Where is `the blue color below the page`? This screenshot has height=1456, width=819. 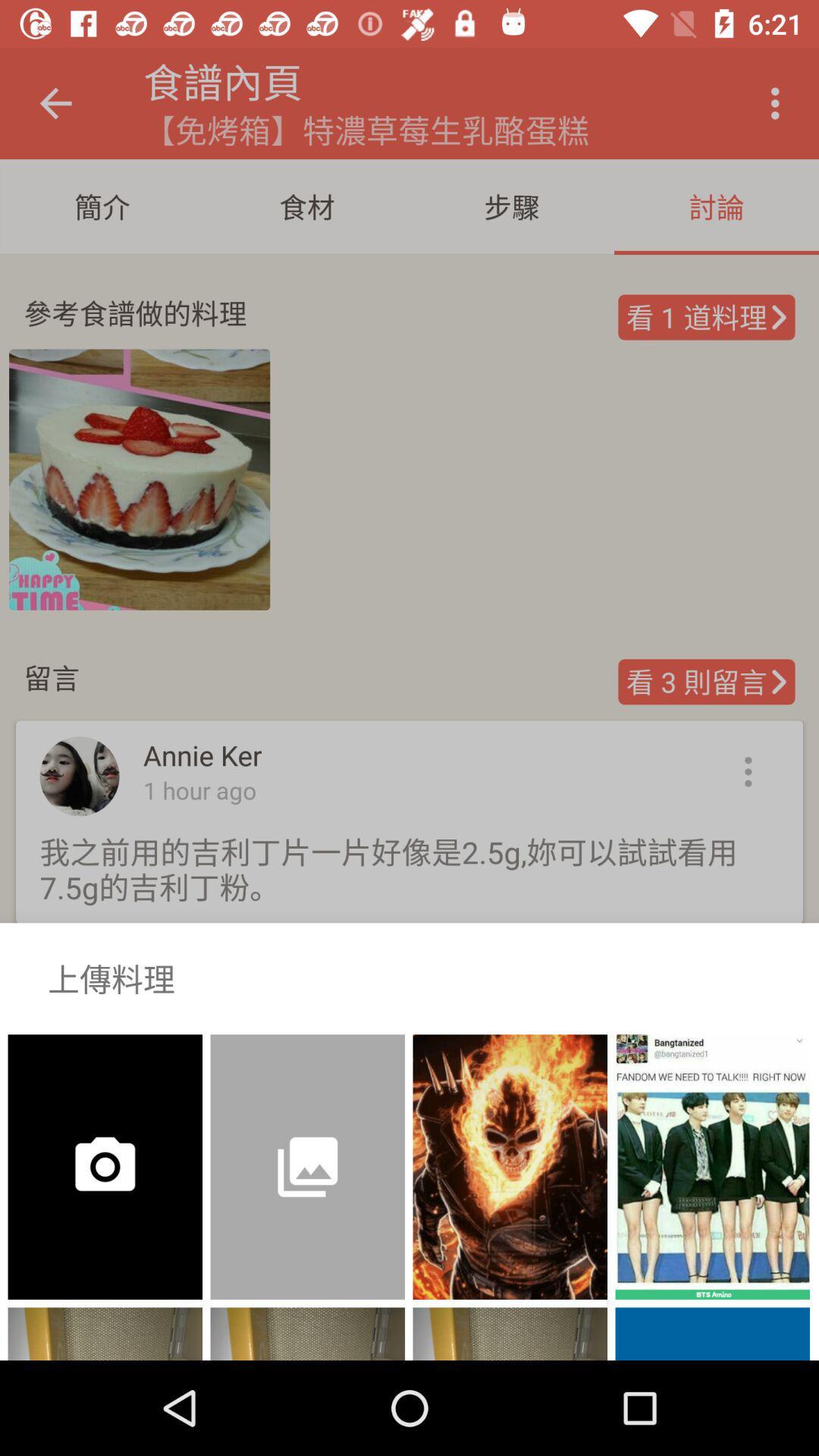 the blue color below the page is located at coordinates (713, 1332).